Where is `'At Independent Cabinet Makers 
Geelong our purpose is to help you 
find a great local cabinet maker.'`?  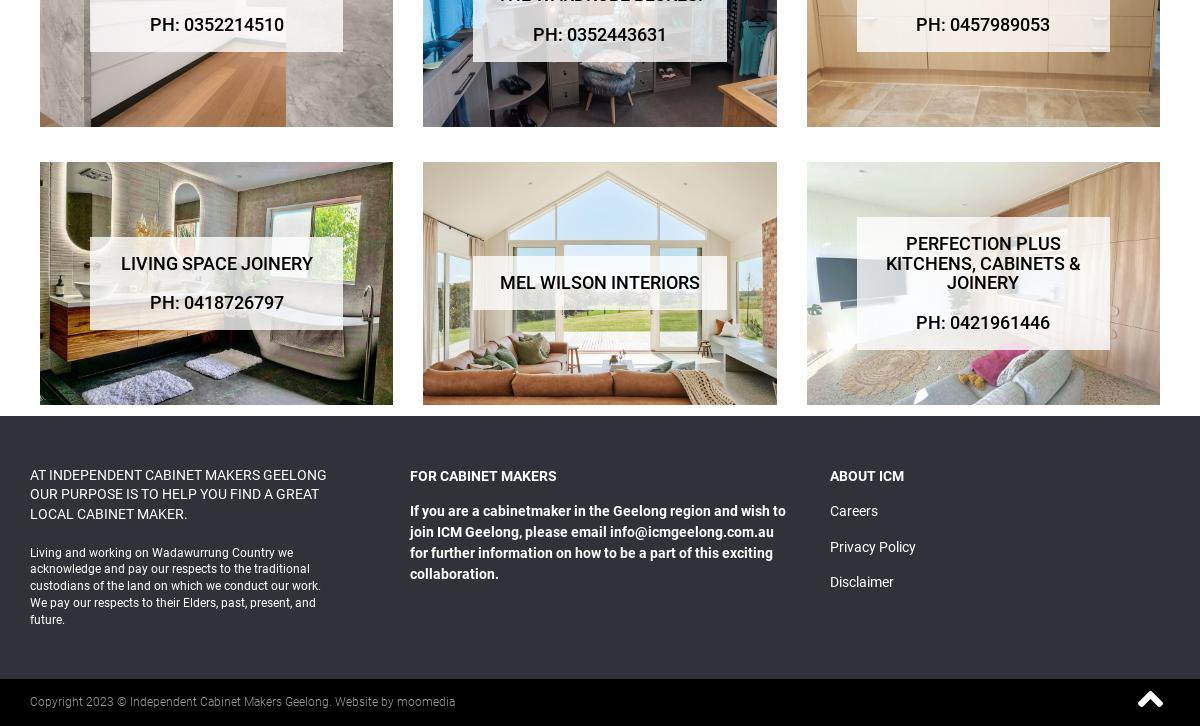
'At Independent Cabinet Makers 
Geelong our purpose is to help you 
find a great local cabinet maker.' is located at coordinates (177, 493).